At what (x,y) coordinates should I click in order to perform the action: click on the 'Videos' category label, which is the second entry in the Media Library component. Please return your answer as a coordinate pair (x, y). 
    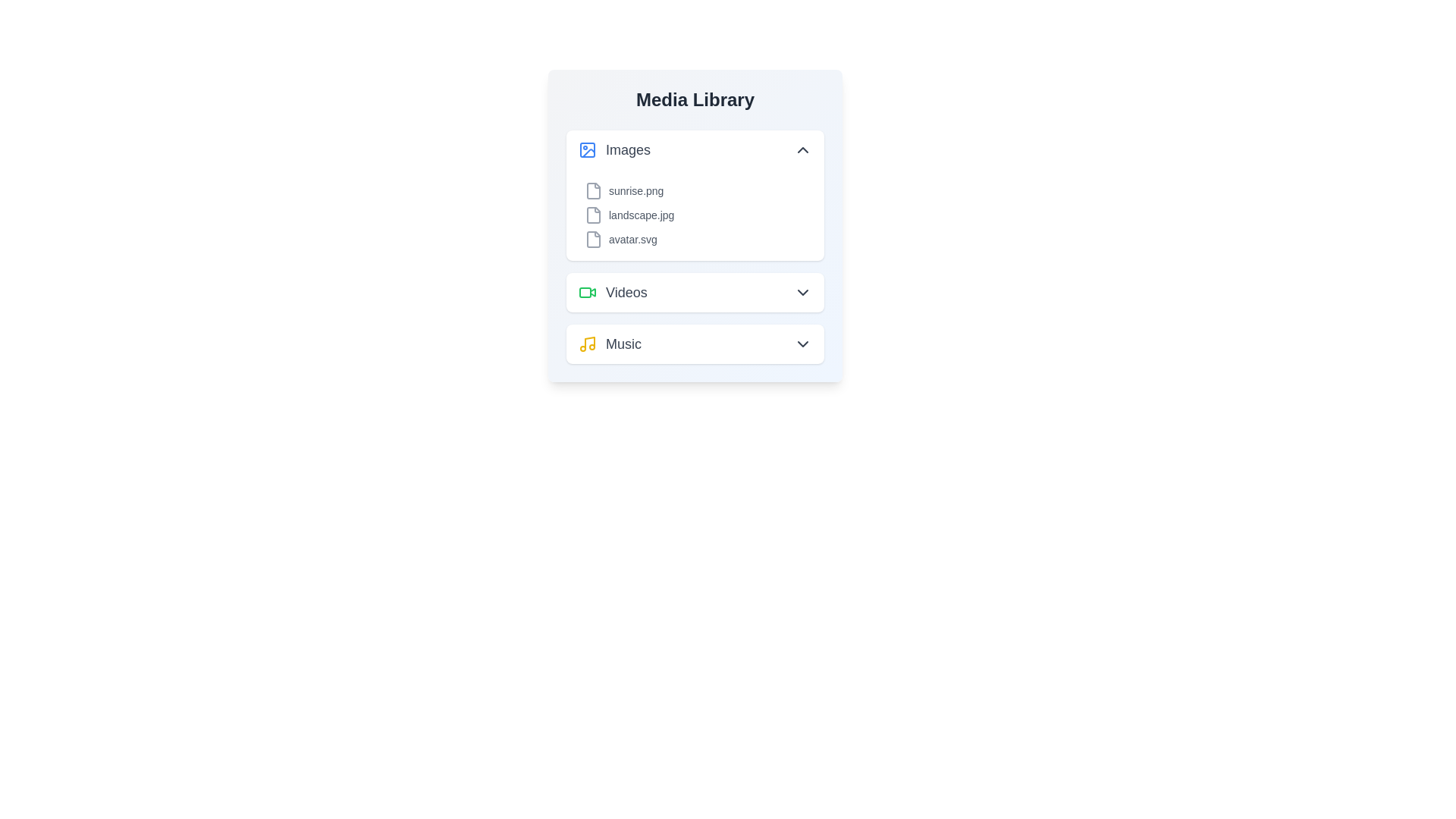
    Looking at the image, I should click on (613, 292).